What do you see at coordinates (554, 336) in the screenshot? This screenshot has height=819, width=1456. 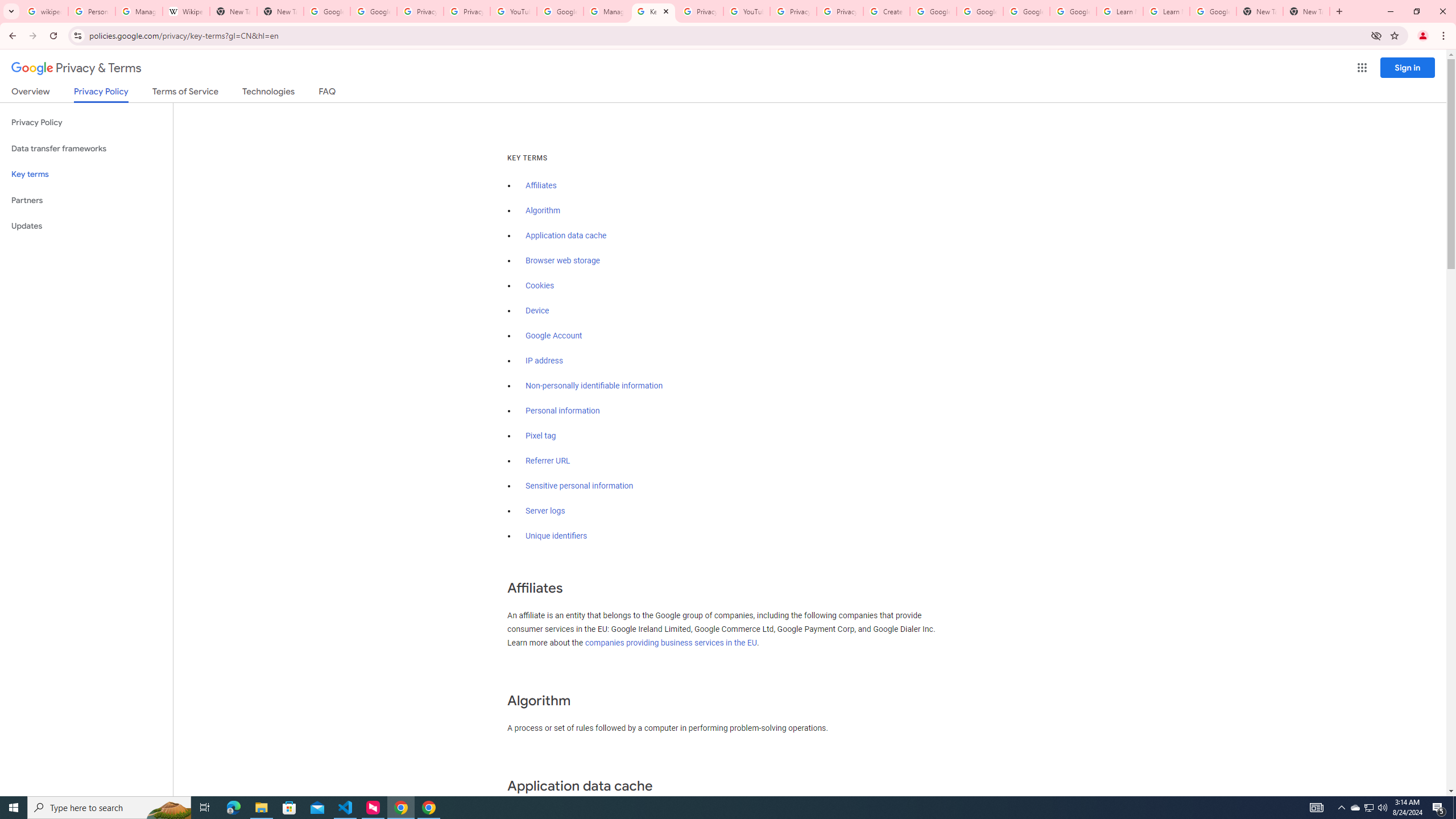 I see `'Google Account'` at bounding box center [554, 336].